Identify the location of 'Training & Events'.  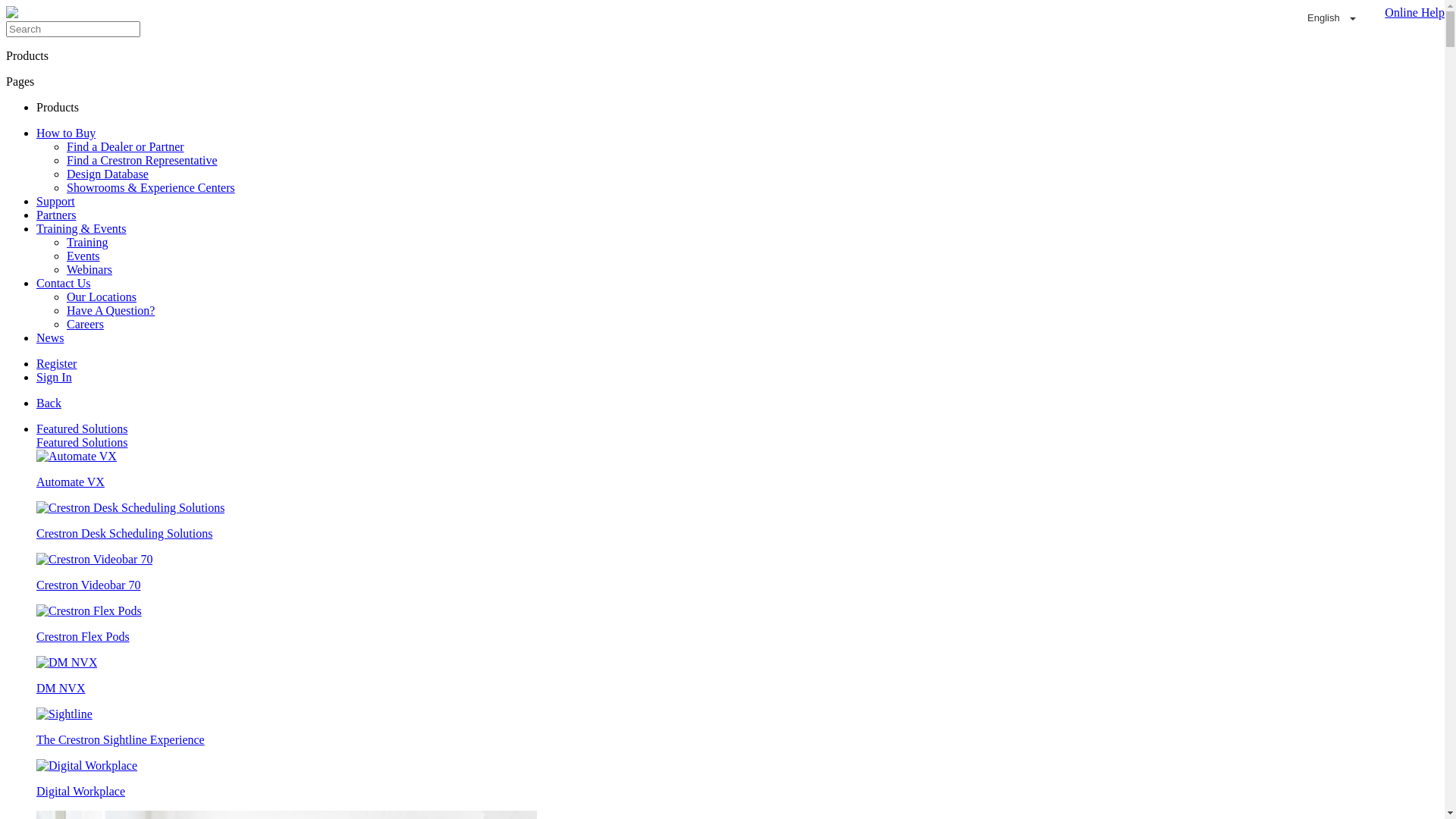
(36, 228).